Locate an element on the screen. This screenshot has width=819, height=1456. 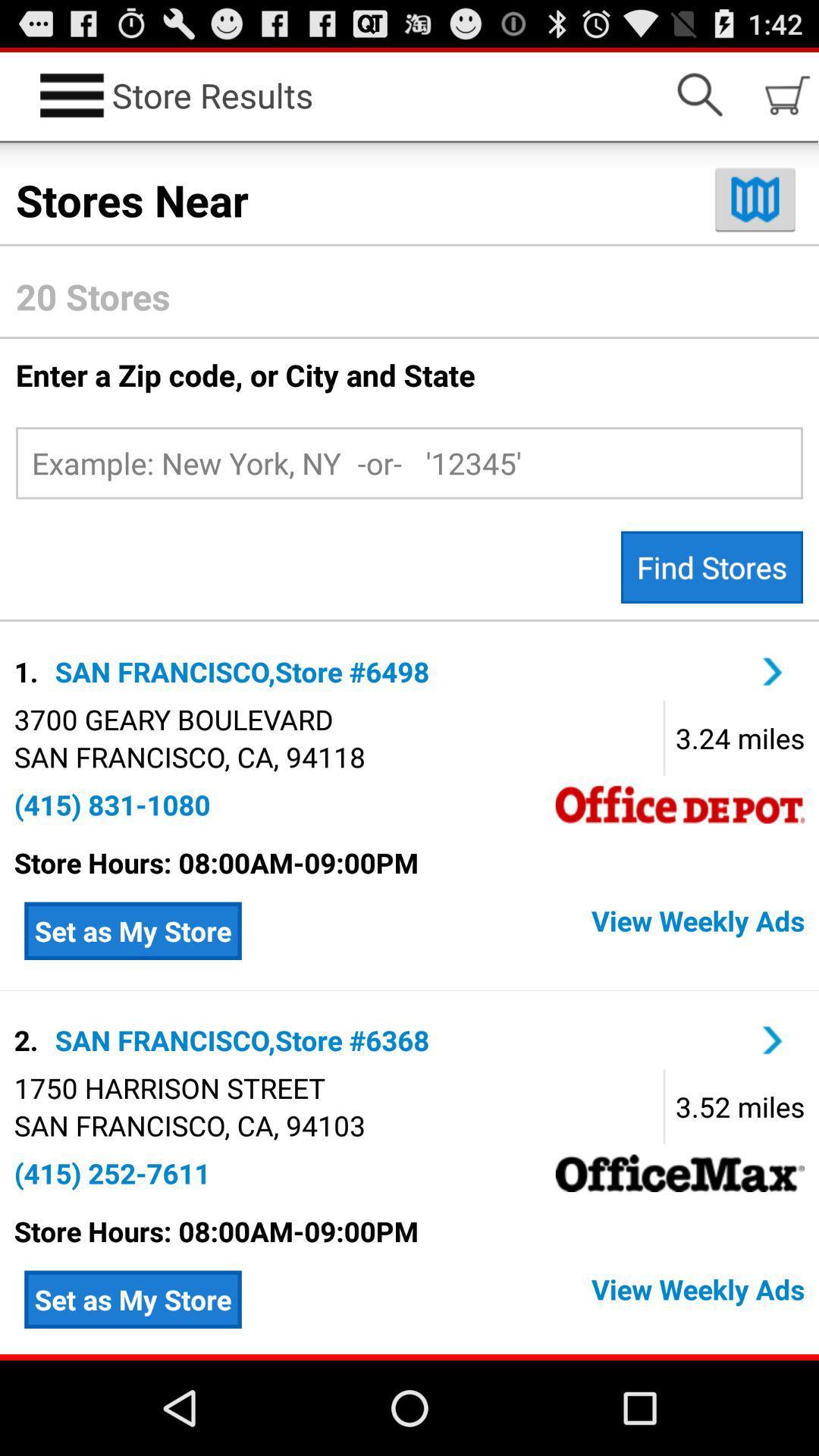
icon below san francisco ca item is located at coordinates (111, 1172).